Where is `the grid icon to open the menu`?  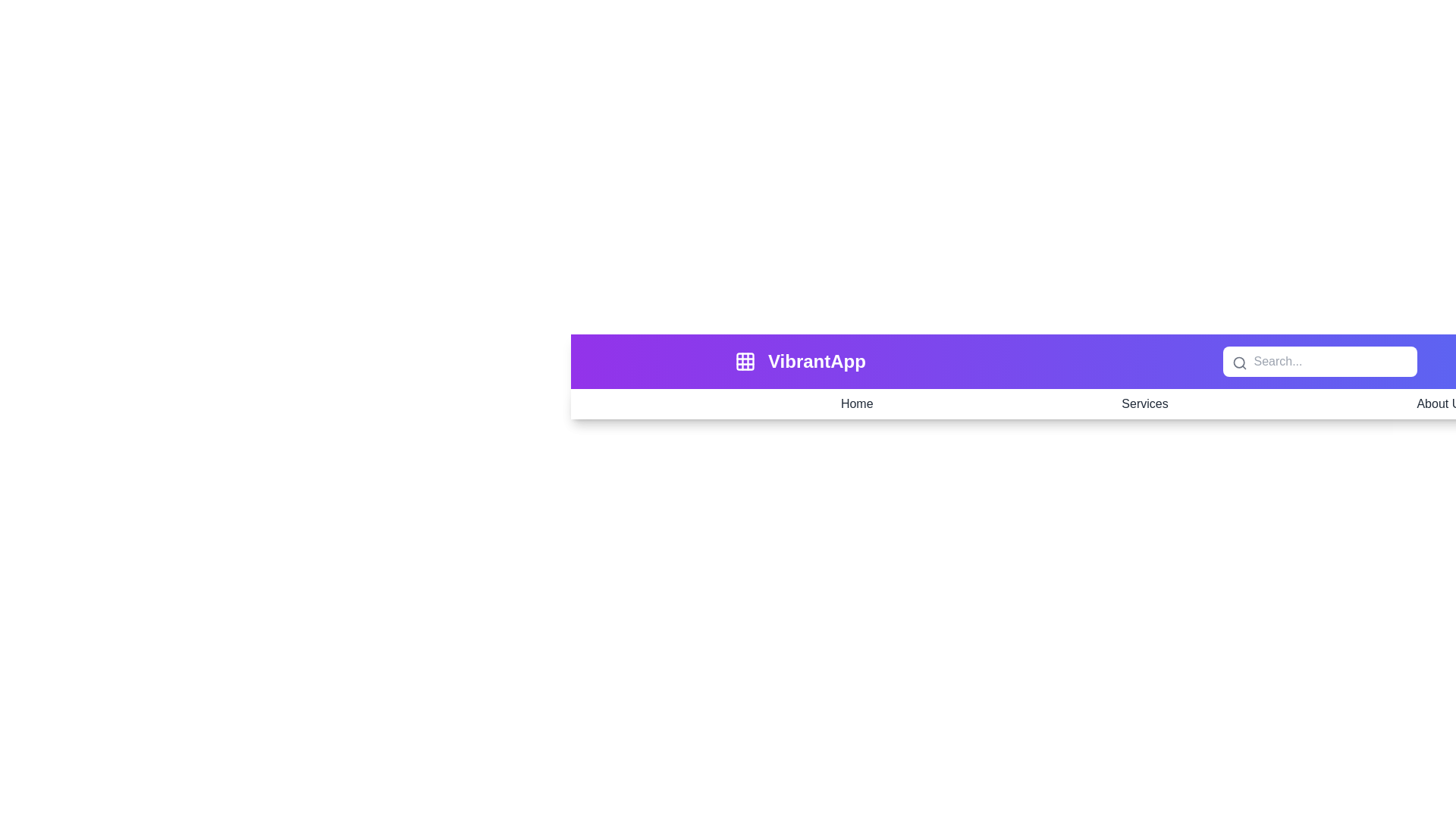 the grid icon to open the menu is located at coordinates (745, 362).